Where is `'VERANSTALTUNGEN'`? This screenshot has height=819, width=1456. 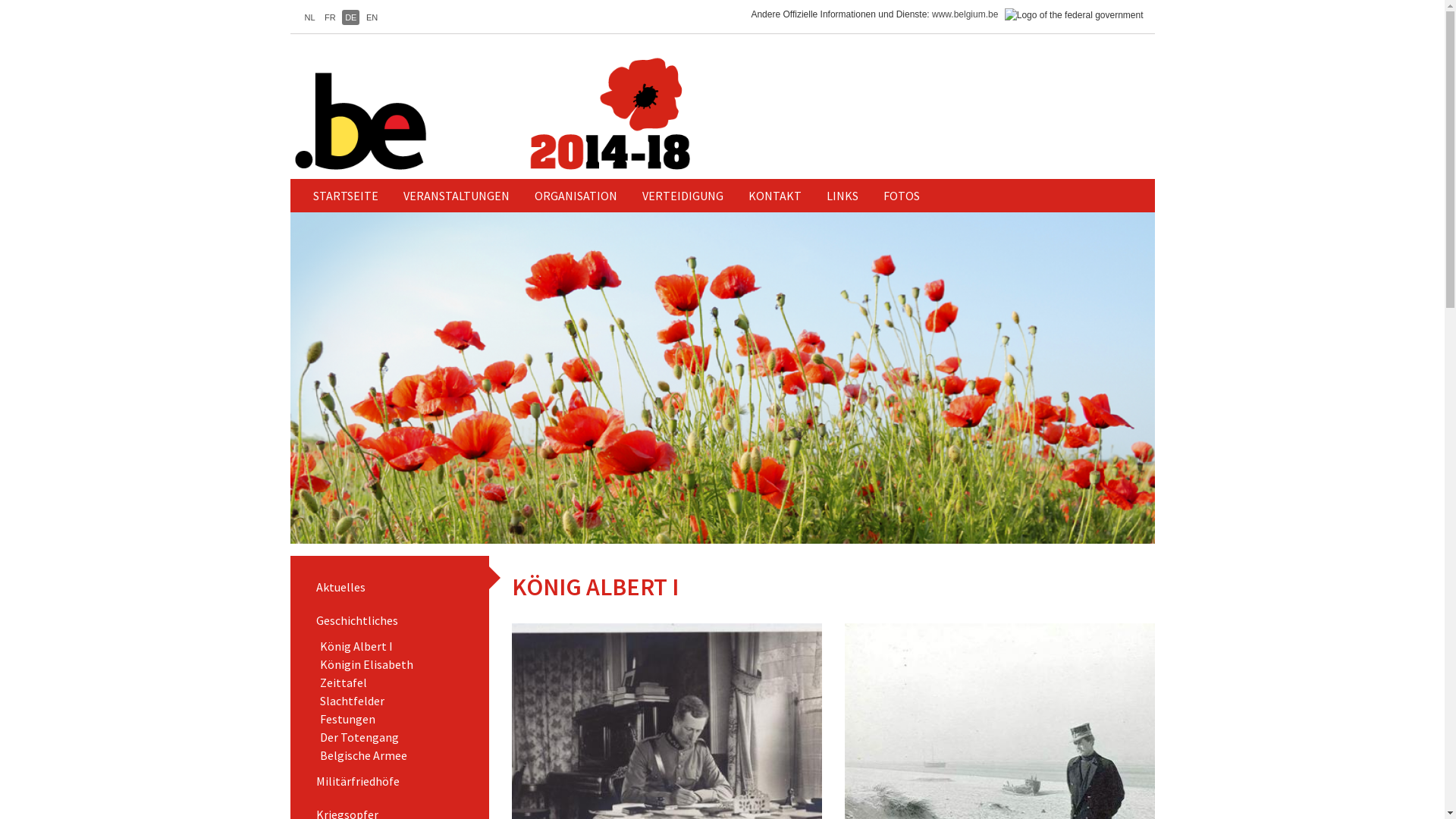
'VERANSTALTUNGEN' is located at coordinates (454, 195).